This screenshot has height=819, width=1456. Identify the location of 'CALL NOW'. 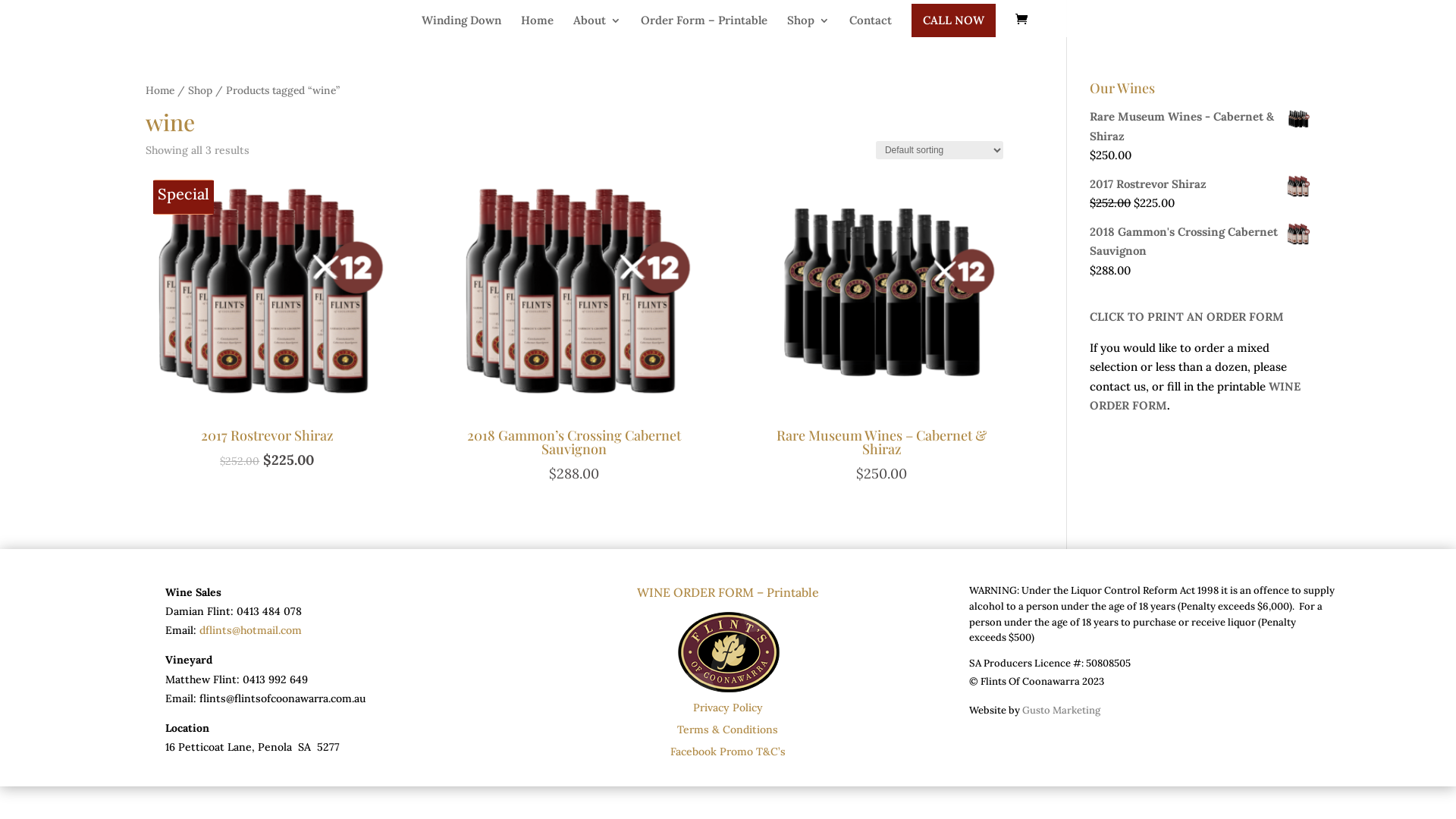
(910, 20).